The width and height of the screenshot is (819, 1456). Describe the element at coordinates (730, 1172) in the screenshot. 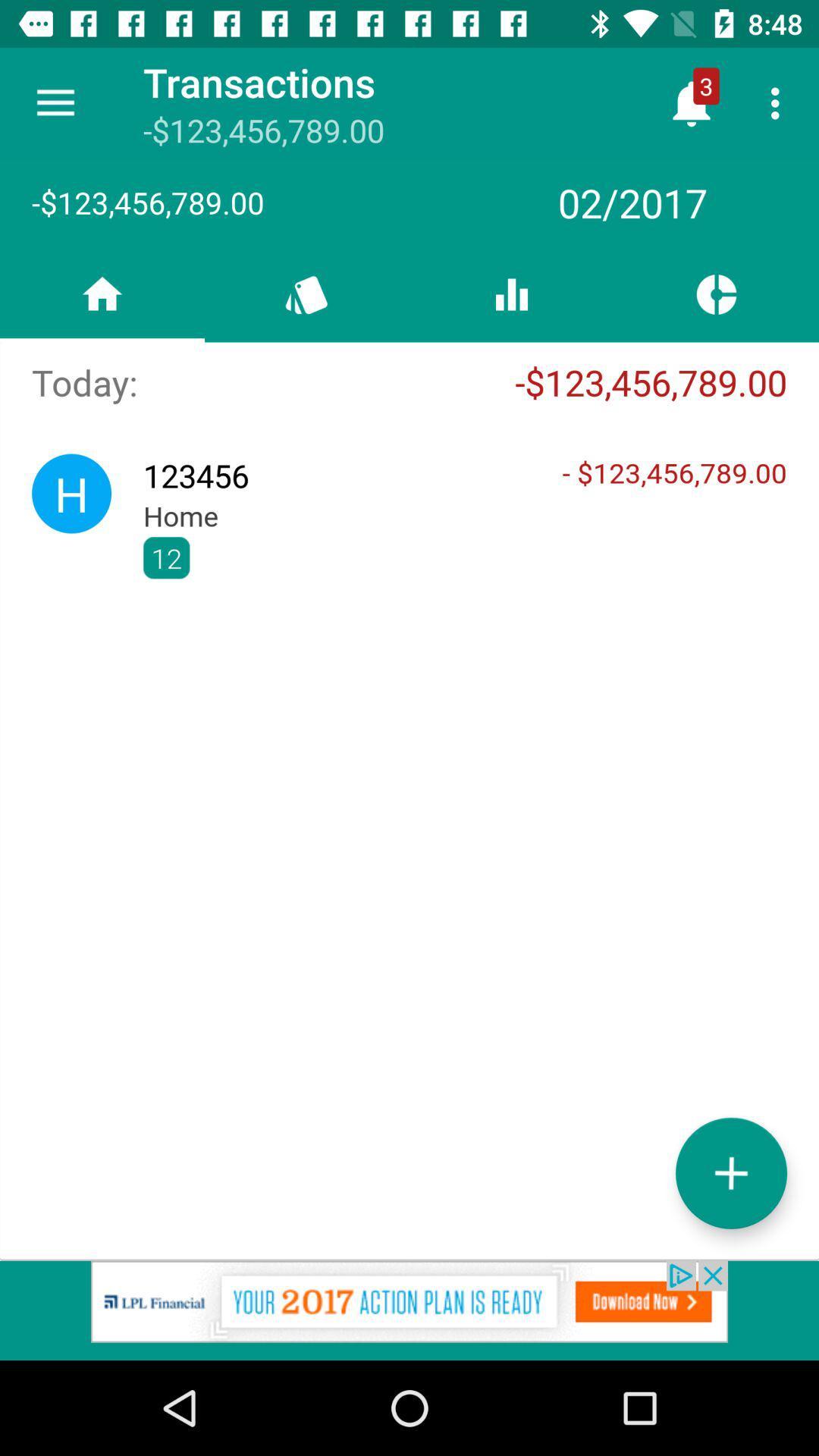

I see `the add icon` at that location.